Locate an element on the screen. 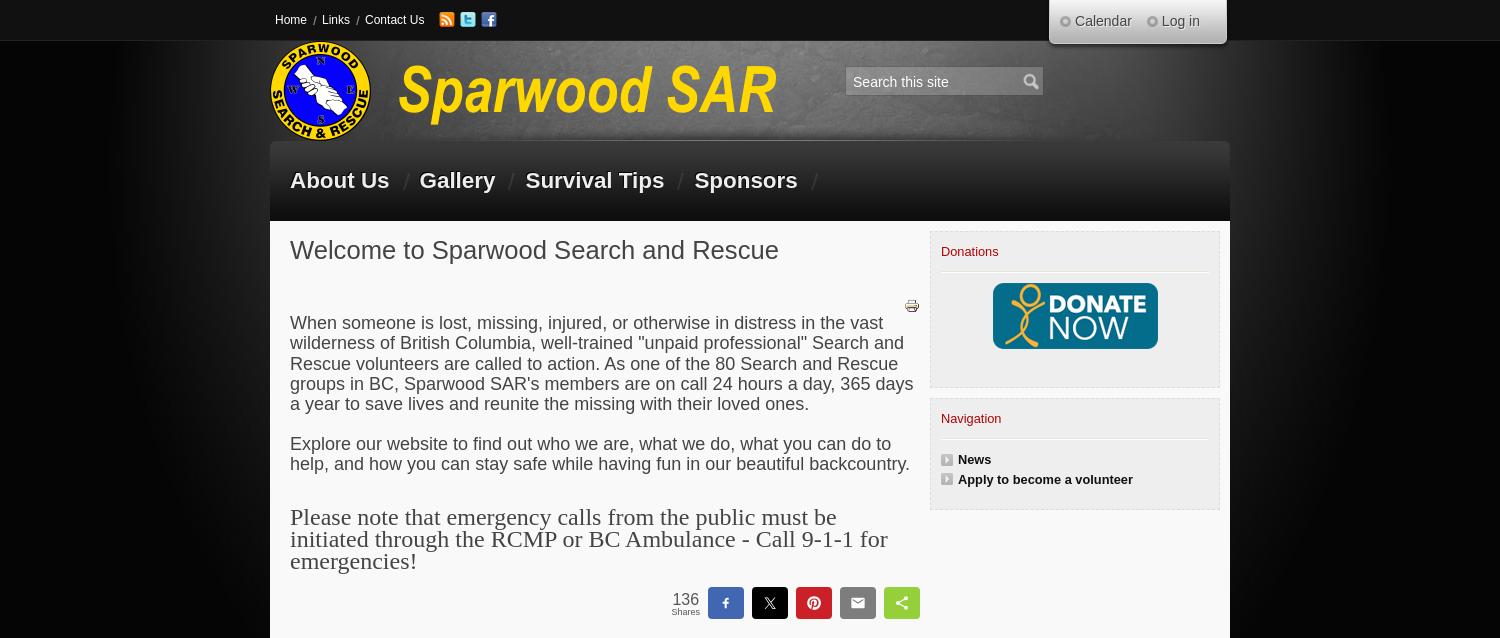 The width and height of the screenshot is (1500, 638). 'Apply to become a volunteer' is located at coordinates (1045, 478).